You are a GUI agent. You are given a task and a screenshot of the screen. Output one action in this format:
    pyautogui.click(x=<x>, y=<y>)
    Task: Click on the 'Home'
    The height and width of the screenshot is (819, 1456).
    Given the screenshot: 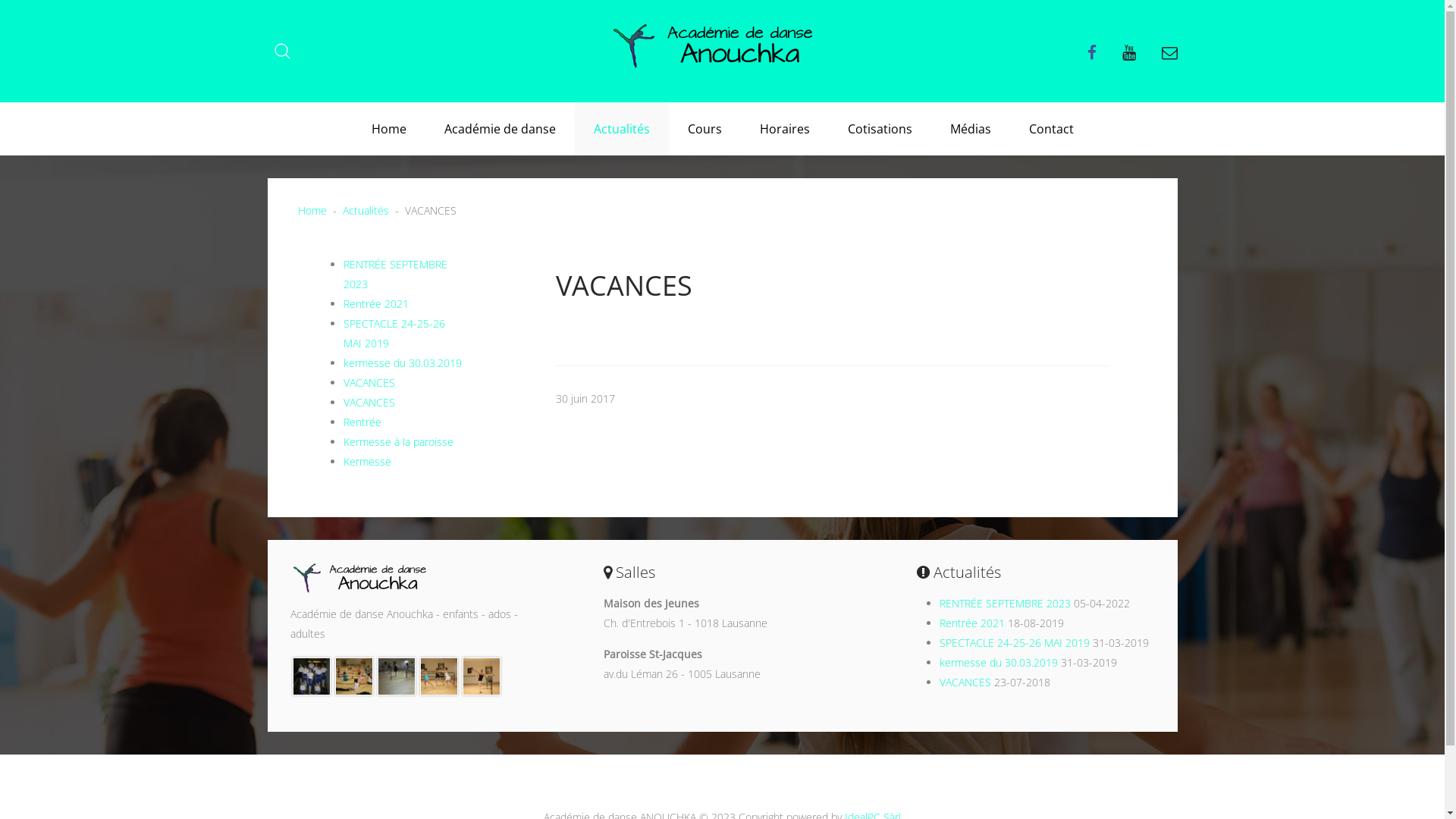 What is the action you would take?
    pyautogui.click(x=311, y=210)
    